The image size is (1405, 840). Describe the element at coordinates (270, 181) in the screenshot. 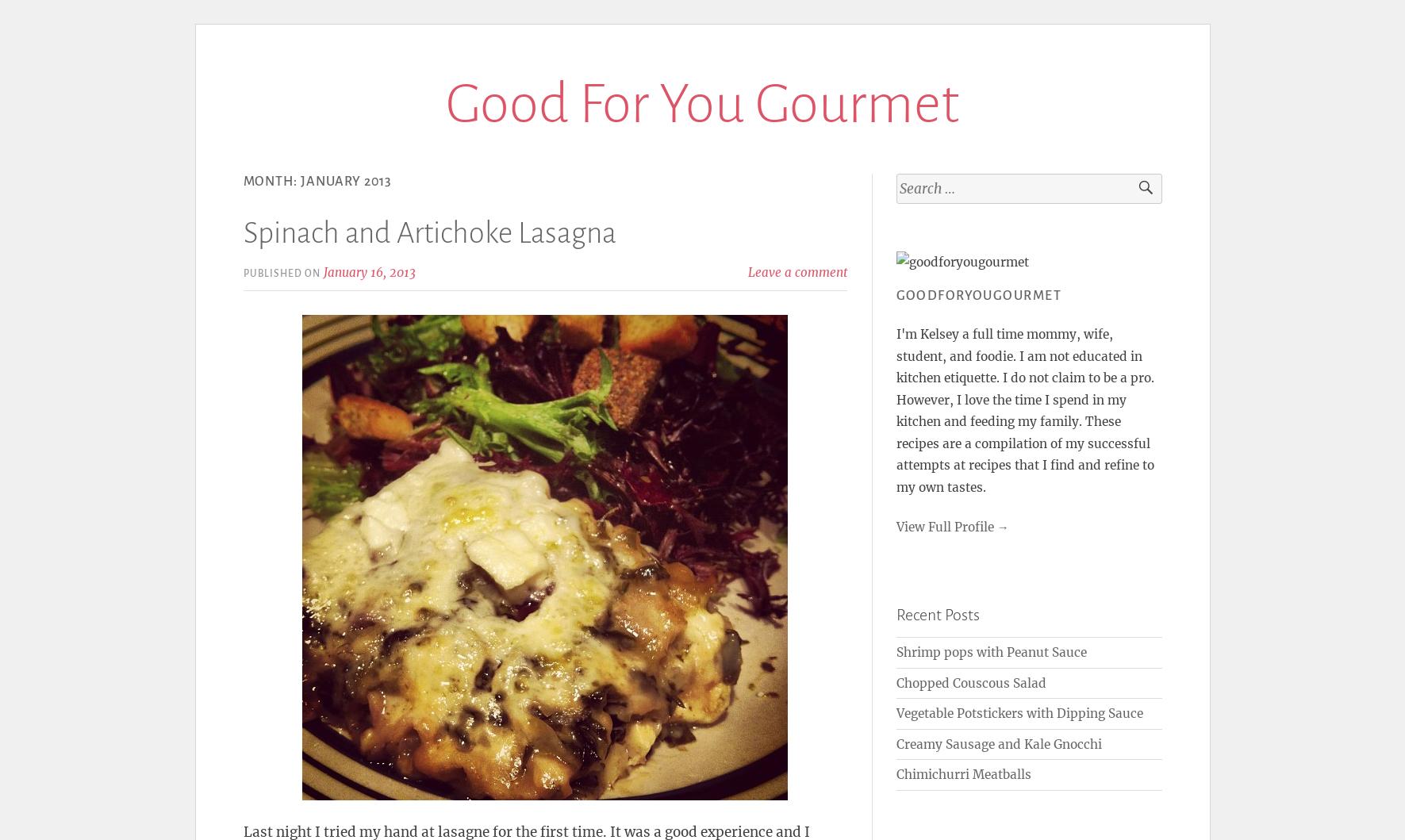

I see `'Month:'` at that location.